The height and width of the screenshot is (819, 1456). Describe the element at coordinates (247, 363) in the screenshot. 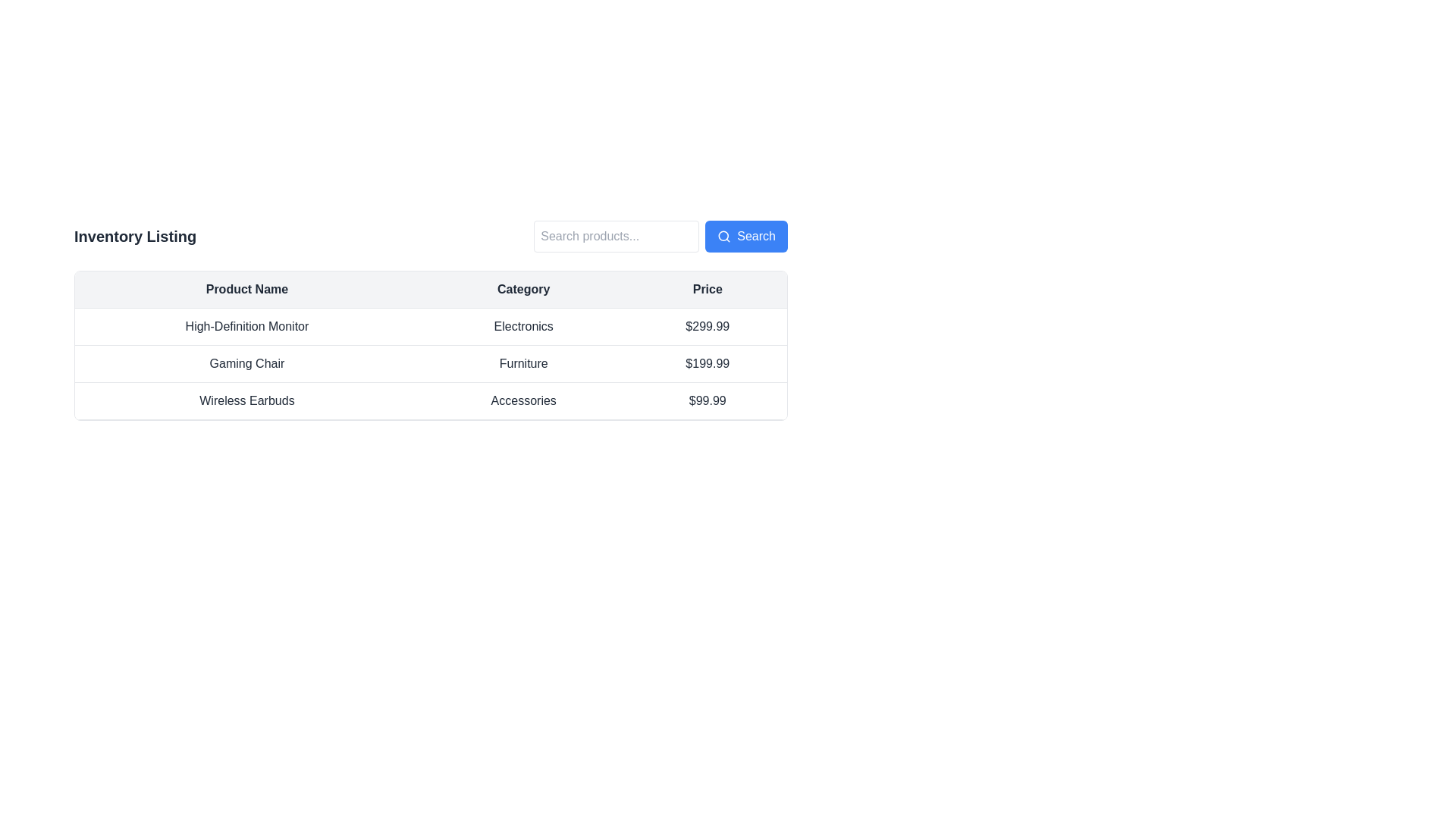

I see `the static text element displaying 'Gaming Chair' located in the first column of the second row in a table under the 'Product Name' column heading` at that location.